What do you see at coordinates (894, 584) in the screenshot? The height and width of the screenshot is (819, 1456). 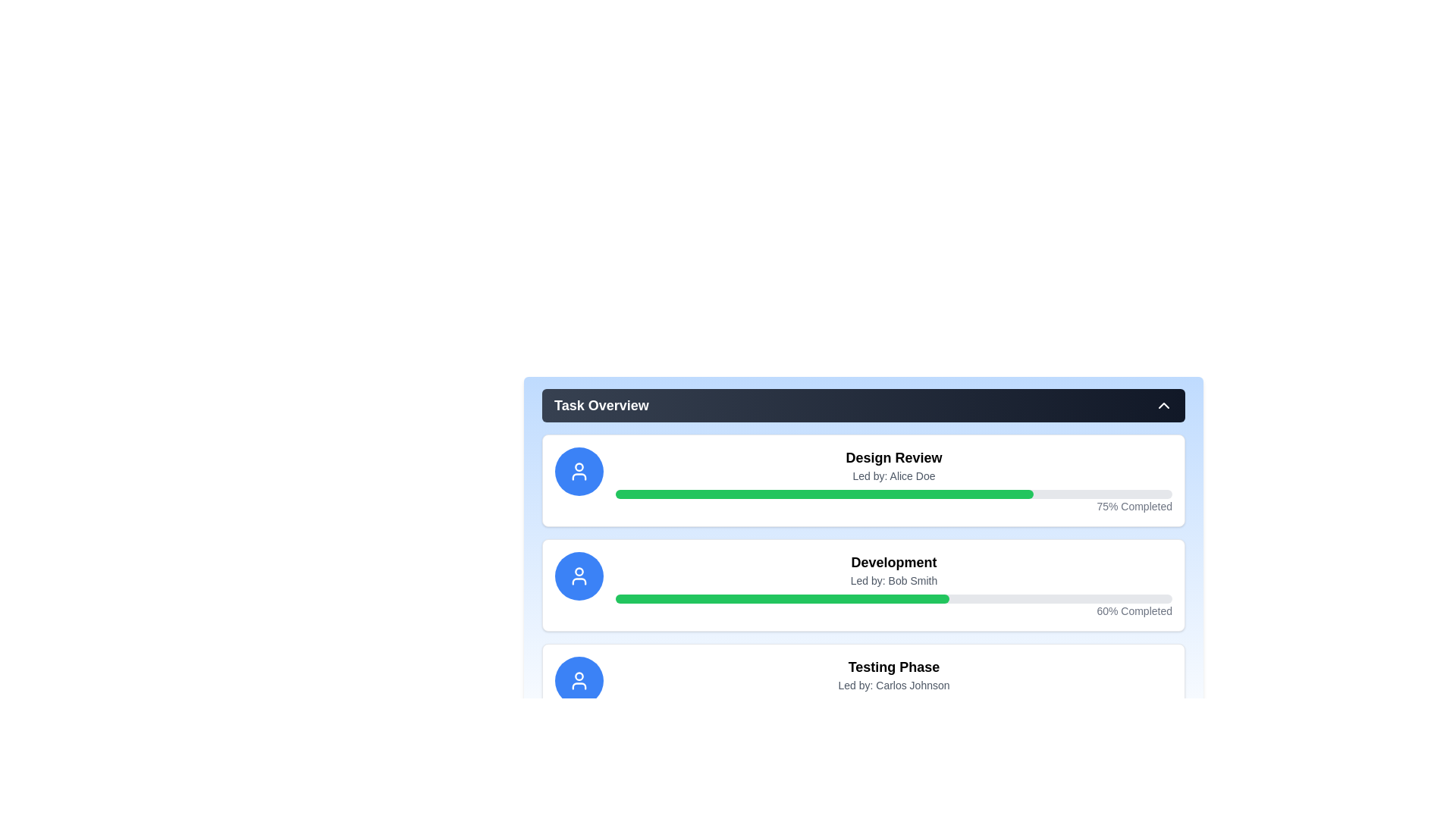 I see `task information from the Task progress indicator card for 'Development', which is centrally positioned in the task card list and provides progress metrics` at bounding box center [894, 584].